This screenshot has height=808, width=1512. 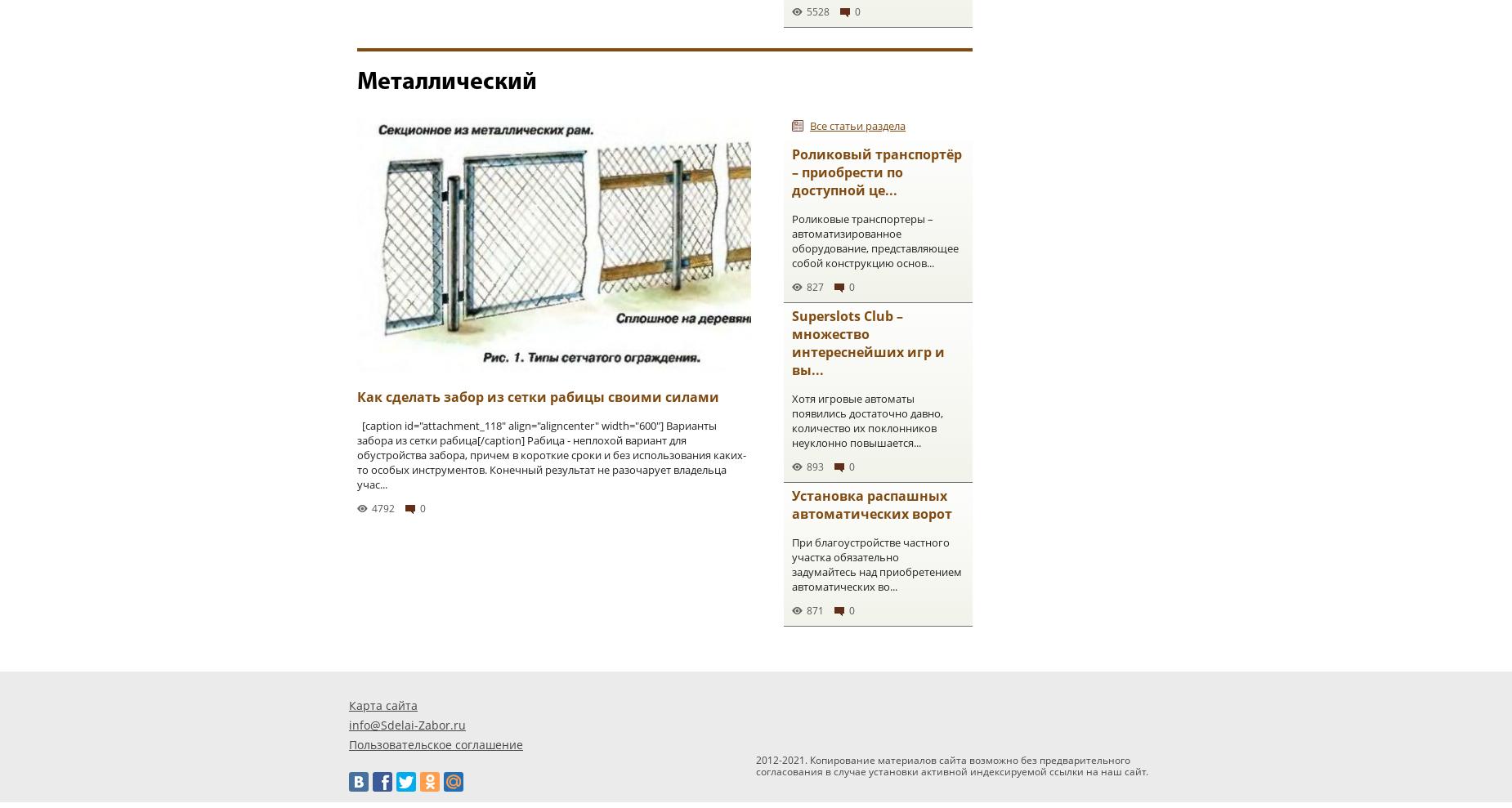 I want to click on 'Роликовые транспортеры – автоматизированное оборудование, представляющее собой конструкцию основ...', so click(x=874, y=241).